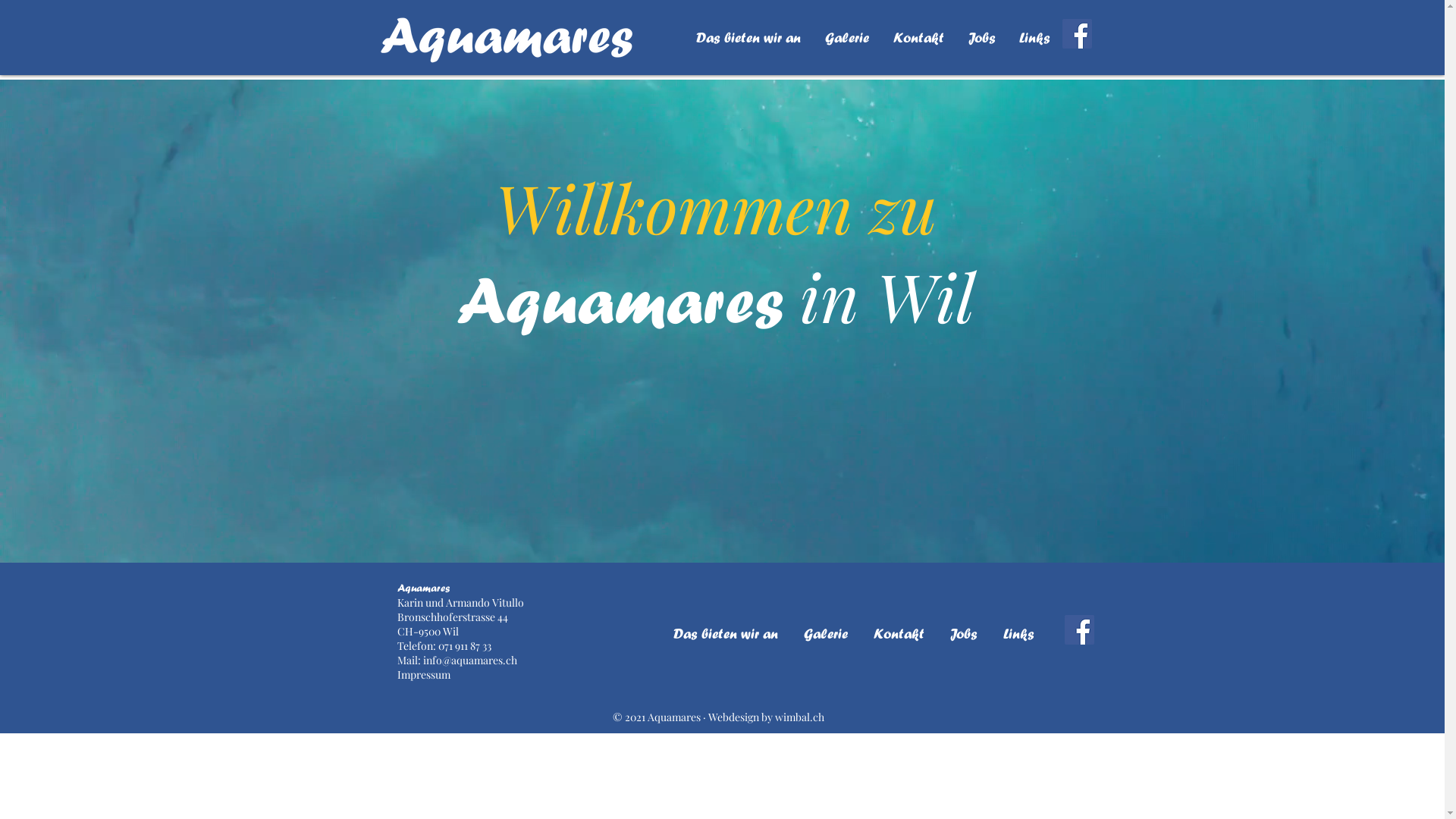 The image size is (1456, 819). What do you see at coordinates (397, 673) in the screenshot?
I see `'Impressum'` at bounding box center [397, 673].